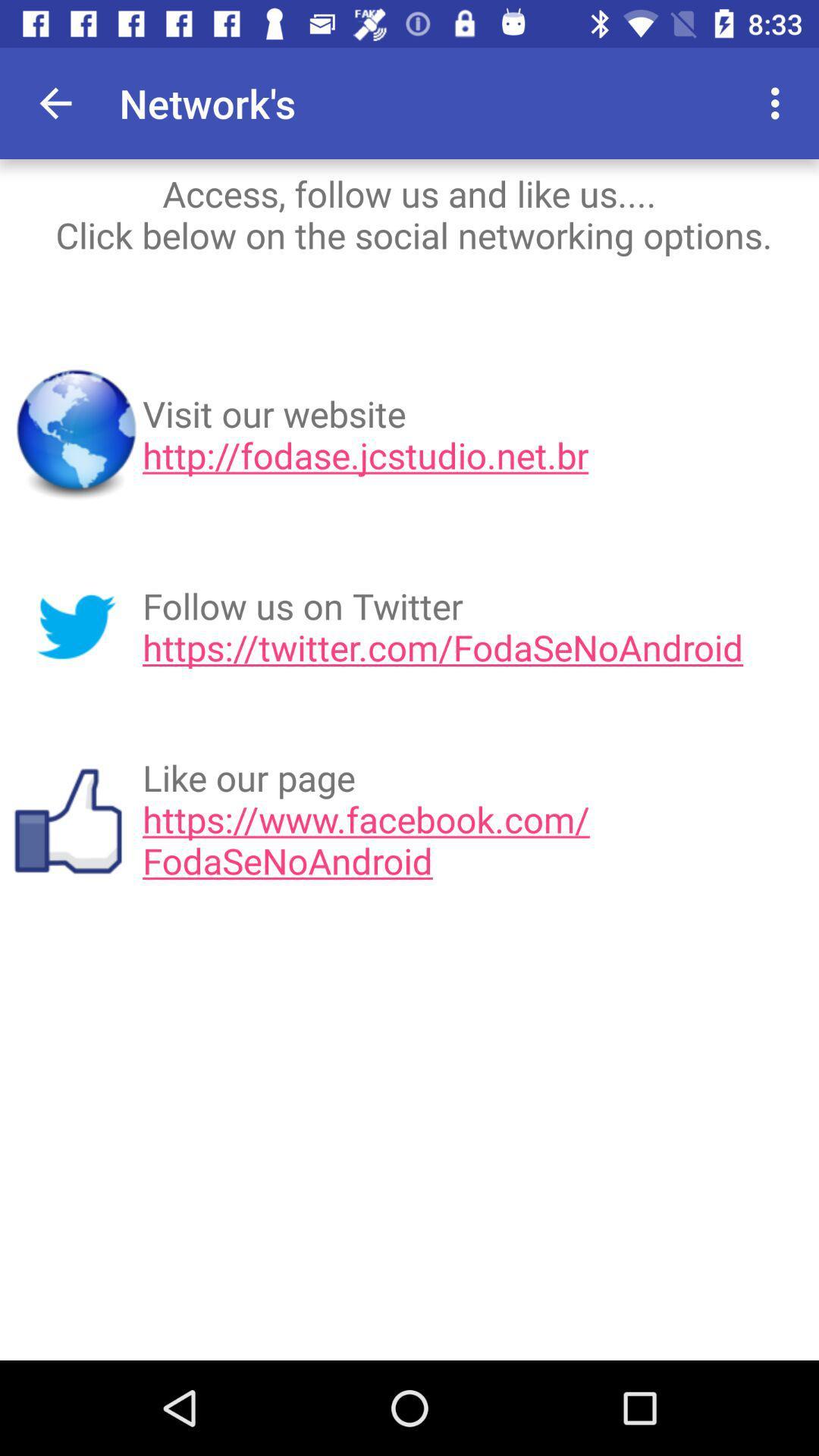 This screenshot has width=819, height=1456. What do you see at coordinates (475, 434) in the screenshot?
I see `the item below access follow us` at bounding box center [475, 434].